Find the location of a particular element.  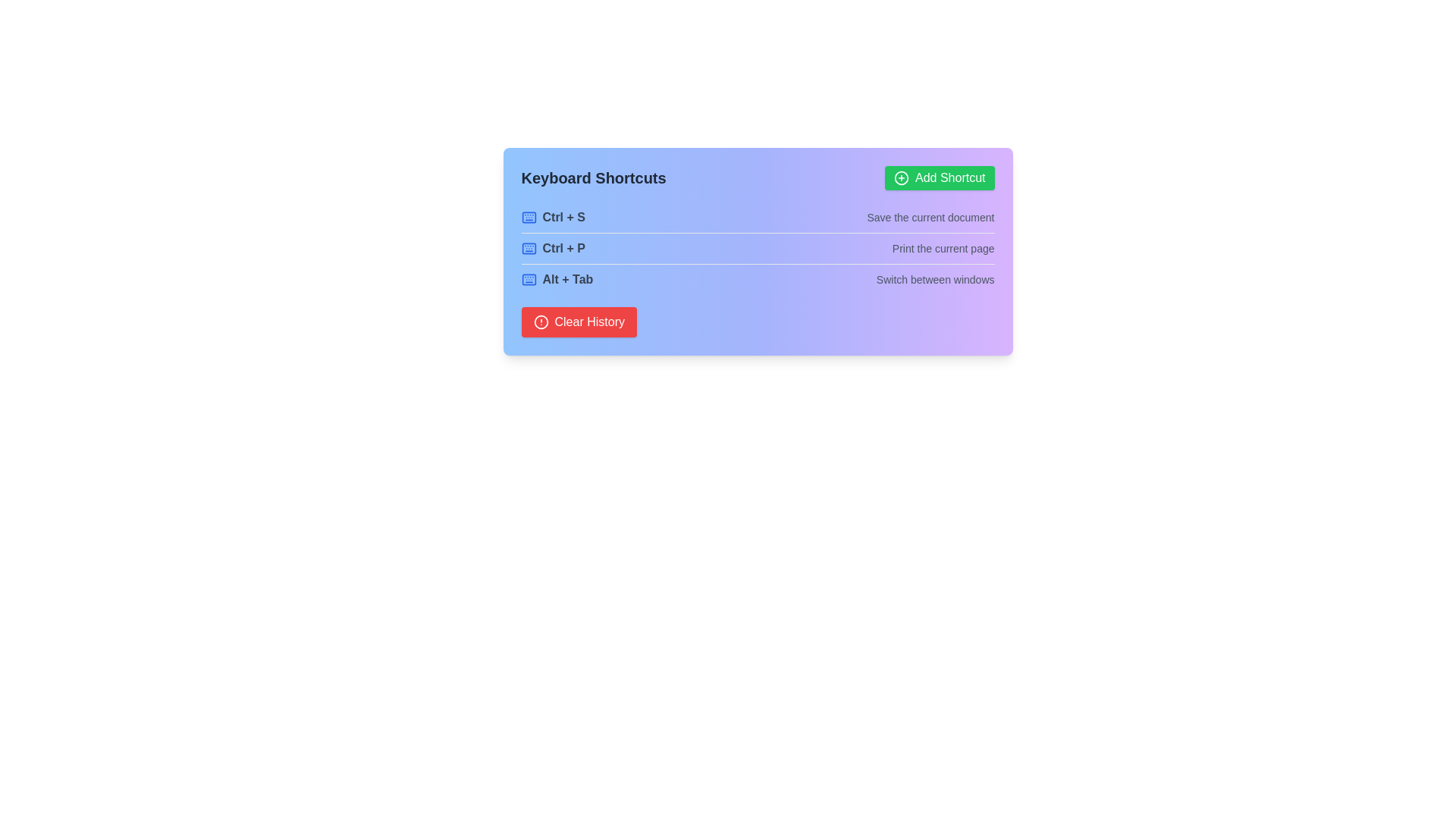

the Text Label that serves as a title or heading for managing keyboard shortcuts, positioned to the left of the 'Add Shortcut' button is located at coordinates (593, 177).